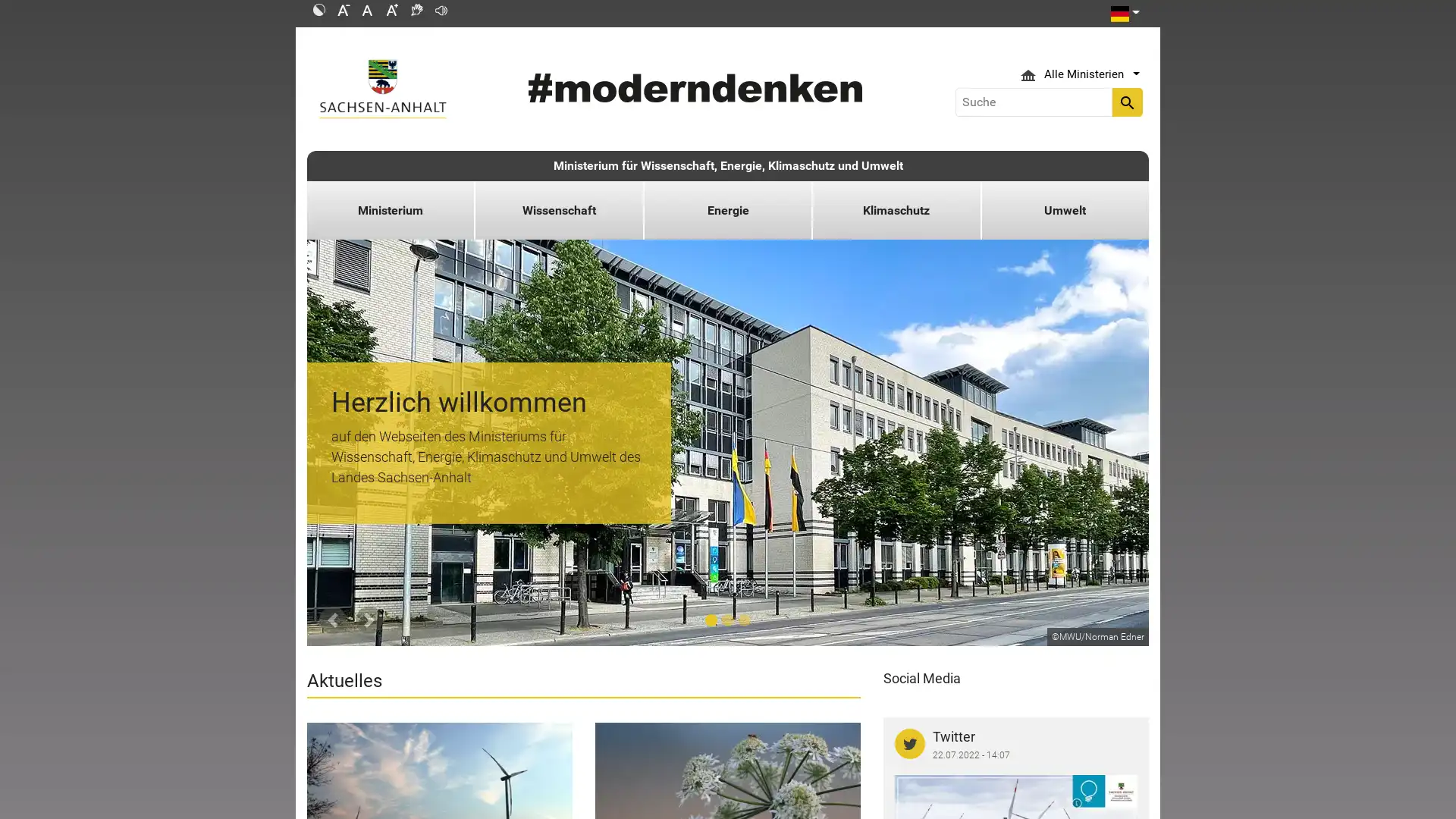 The image size is (1456, 819). What do you see at coordinates (1128, 102) in the screenshot?
I see `search` at bounding box center [1128, 102].